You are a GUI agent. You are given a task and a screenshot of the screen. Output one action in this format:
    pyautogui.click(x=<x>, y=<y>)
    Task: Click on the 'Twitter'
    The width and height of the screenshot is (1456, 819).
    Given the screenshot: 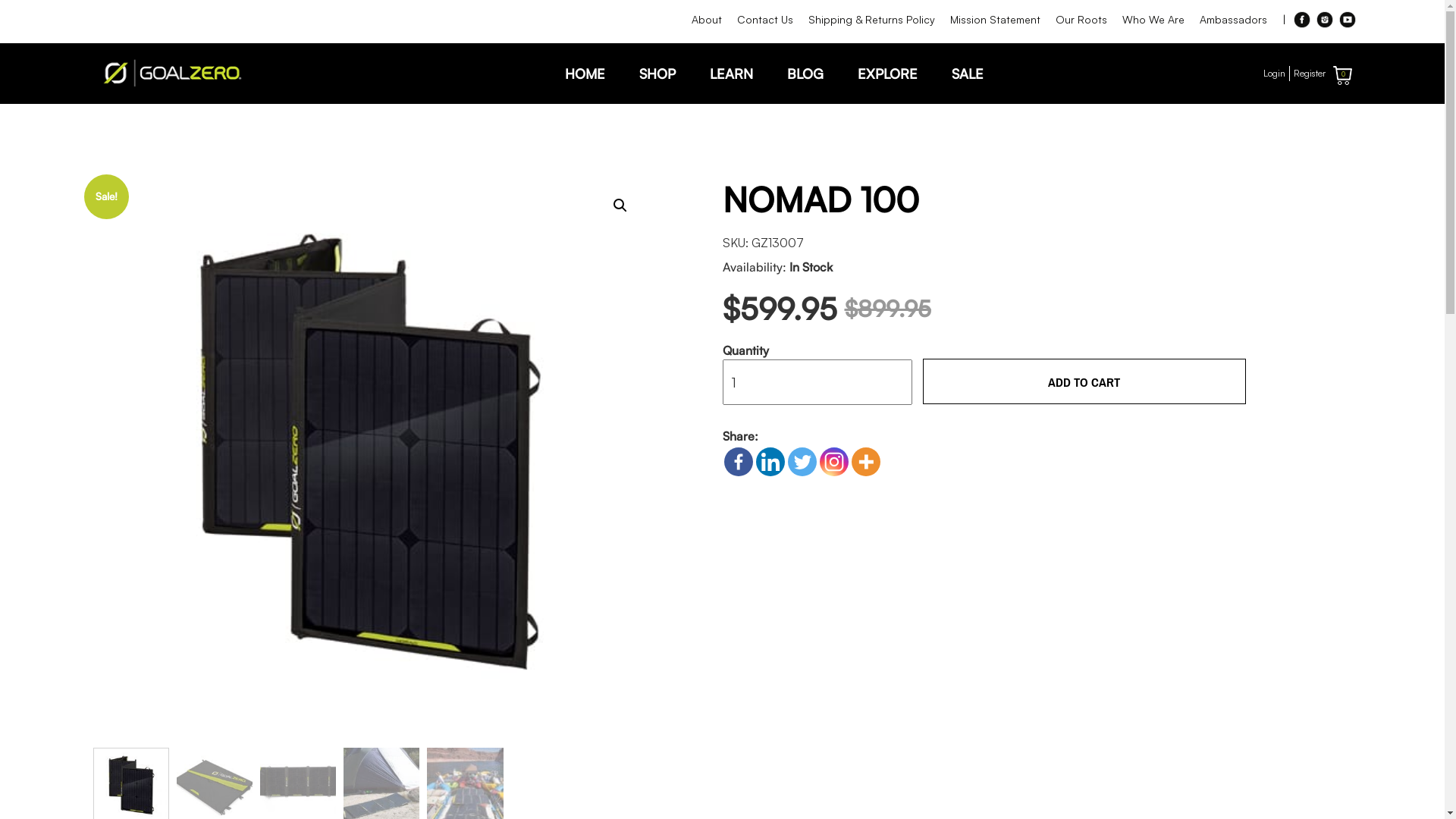 What is the action you would take?
    pyautogui.click(x=800, y=461)
    